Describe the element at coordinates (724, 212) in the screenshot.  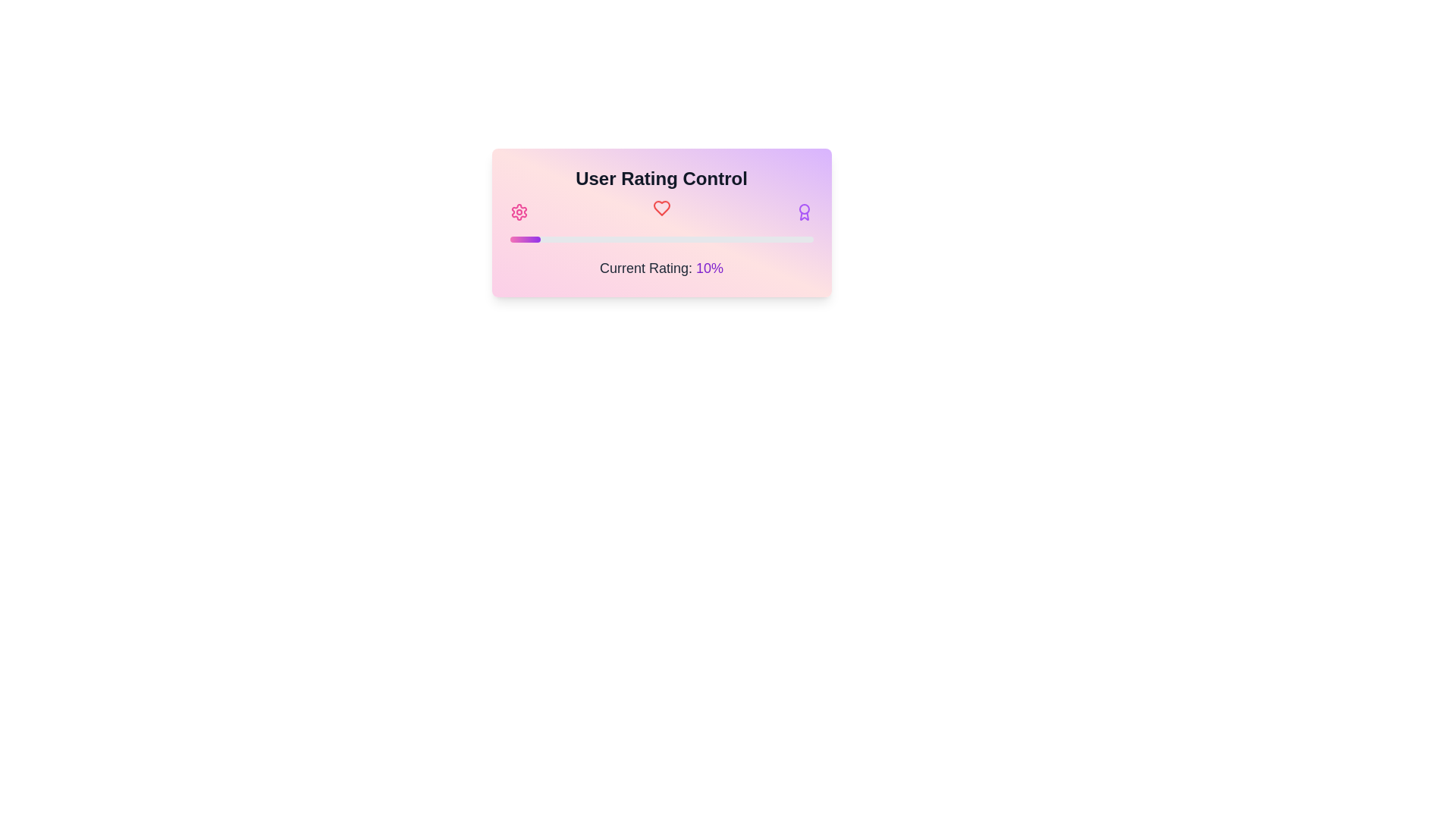
I see `the rating value` at that location.